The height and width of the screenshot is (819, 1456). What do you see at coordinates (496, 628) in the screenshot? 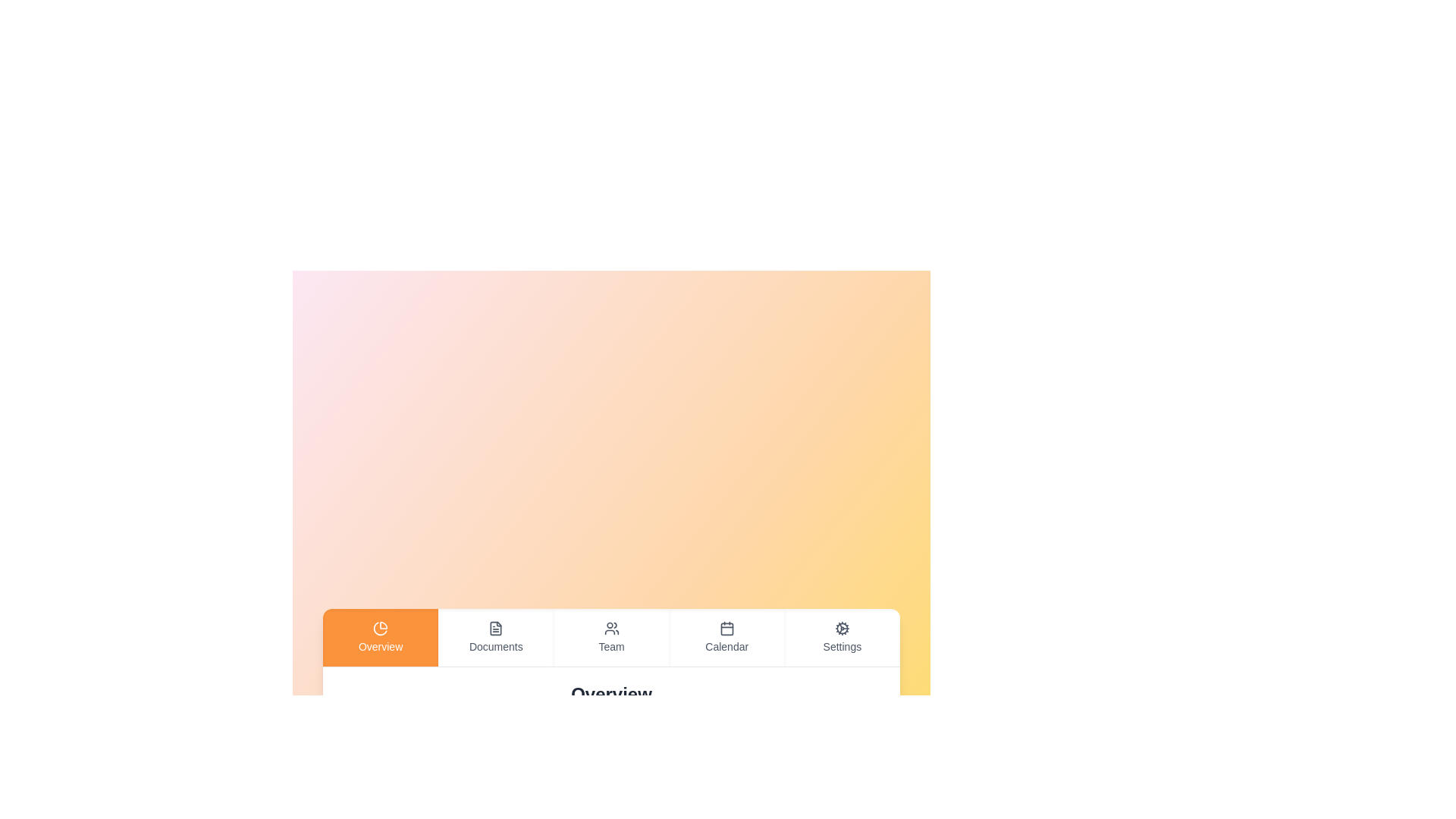
I see `the document icon in the 'Documents' tab located in the bottom navigation bar` at bounding box center [496, 628].